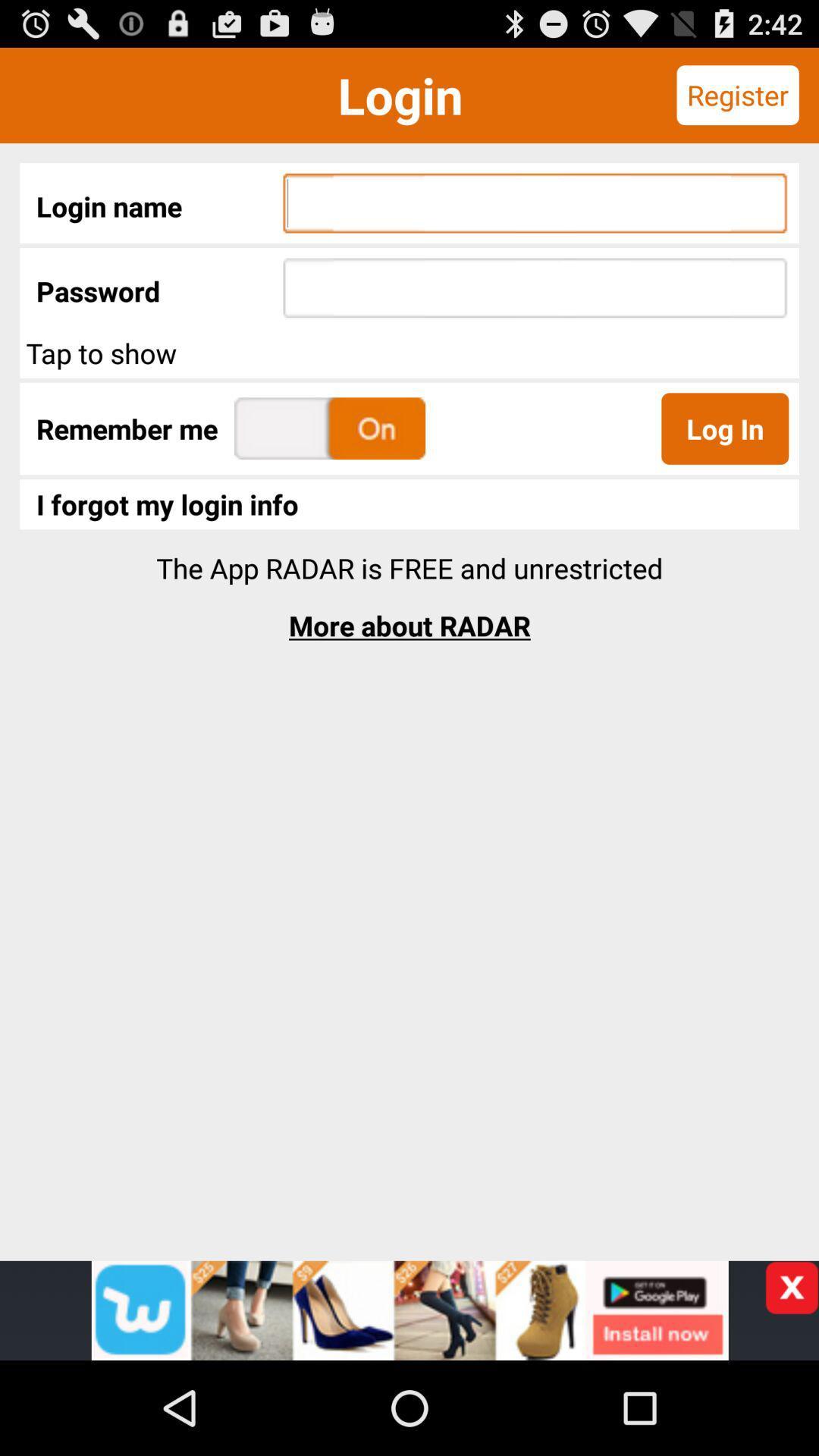 This screenshot has width=819, height=1456. Describe the element at coordinates (791, 1287) in the screenshot. I see `button` at that location.